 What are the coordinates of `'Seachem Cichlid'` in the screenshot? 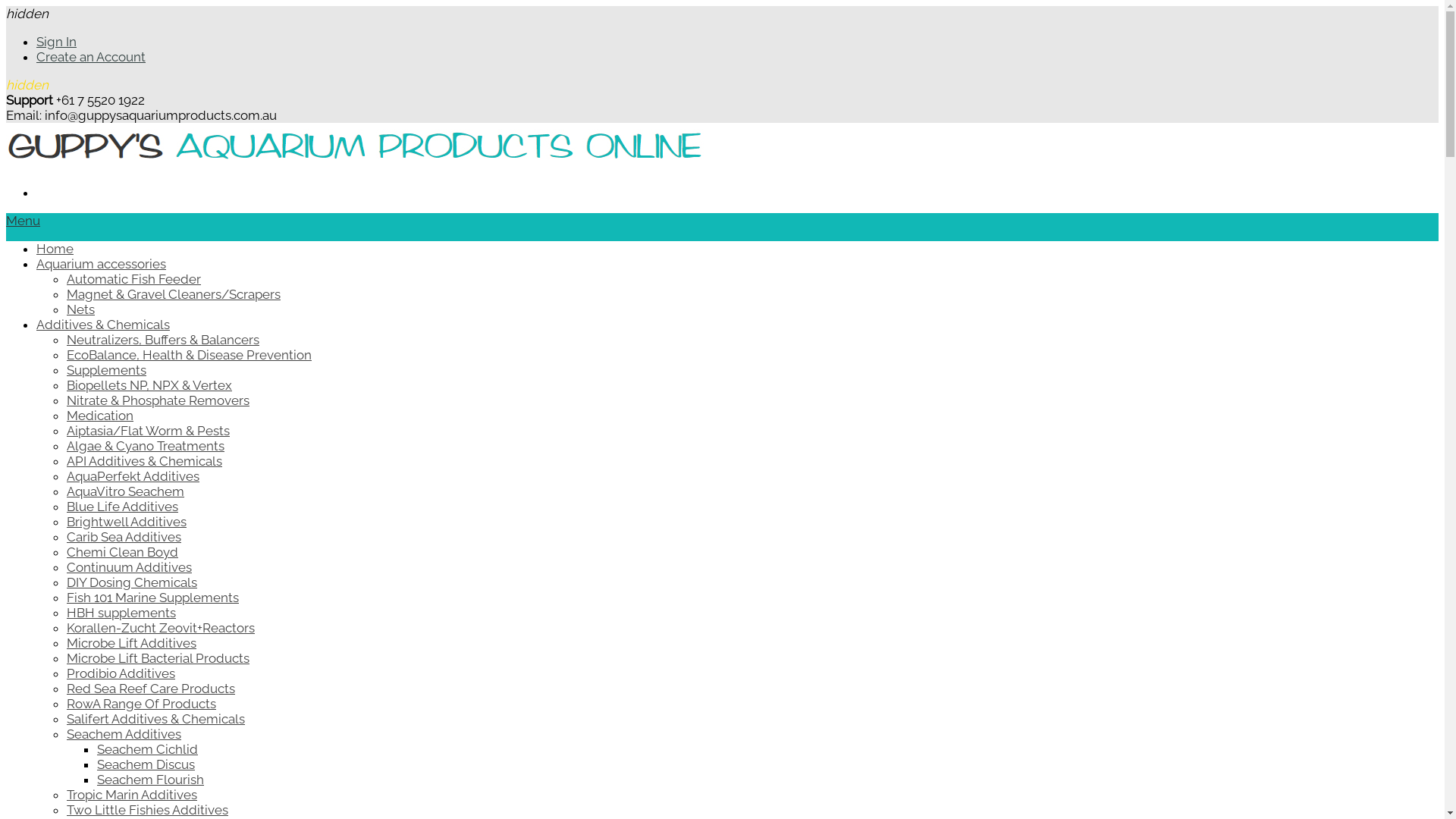 It's located at (147, 748).